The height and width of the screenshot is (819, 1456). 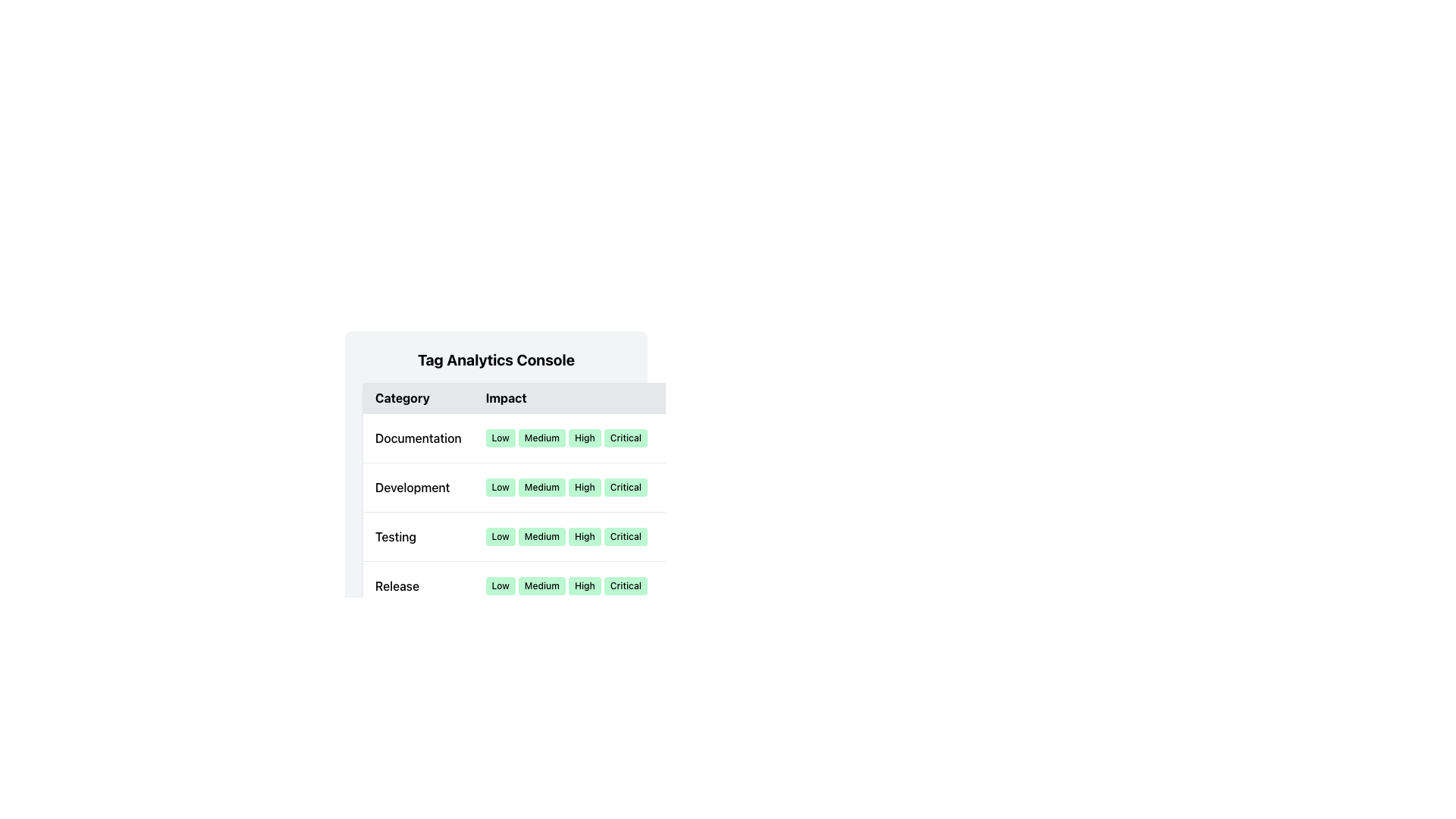 What do you see at coordinates (626, 536) in the screenshot?
I see `the 'Critical' status indicator badge in the 'Impact' column of the 'Testing' row, which is the last badge in a group of four badges labeled 'Low', 'Medium', 'High', and 'Critical'` at bounding box center [626, 536].